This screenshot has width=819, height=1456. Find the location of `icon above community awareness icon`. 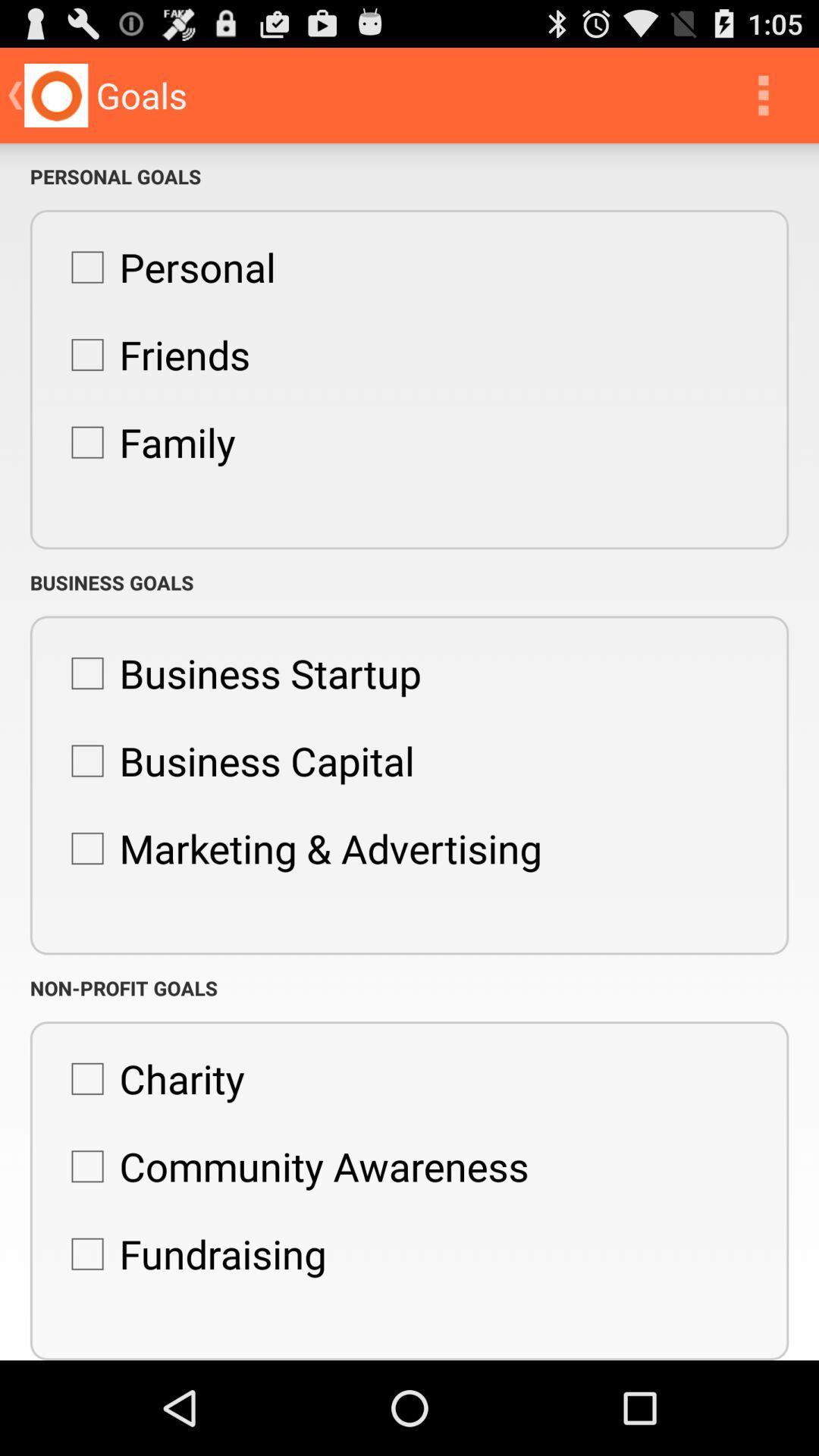

icon above community awareness icon is located at coordinates (149, 1078).